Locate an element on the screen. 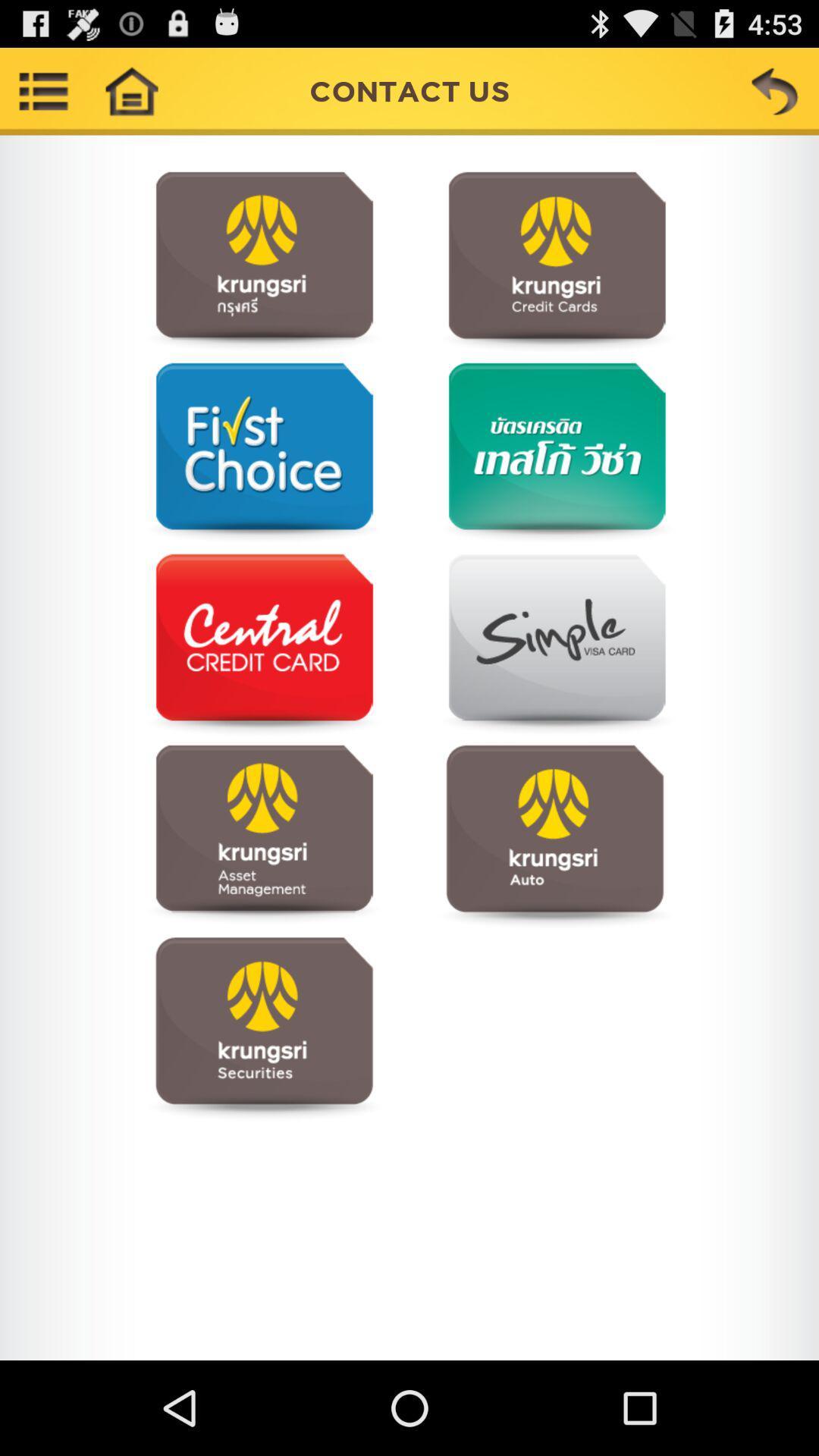 The width and height of the screenshot is (819, 1456). the item below contact us app is located at coordinates (554, 262).